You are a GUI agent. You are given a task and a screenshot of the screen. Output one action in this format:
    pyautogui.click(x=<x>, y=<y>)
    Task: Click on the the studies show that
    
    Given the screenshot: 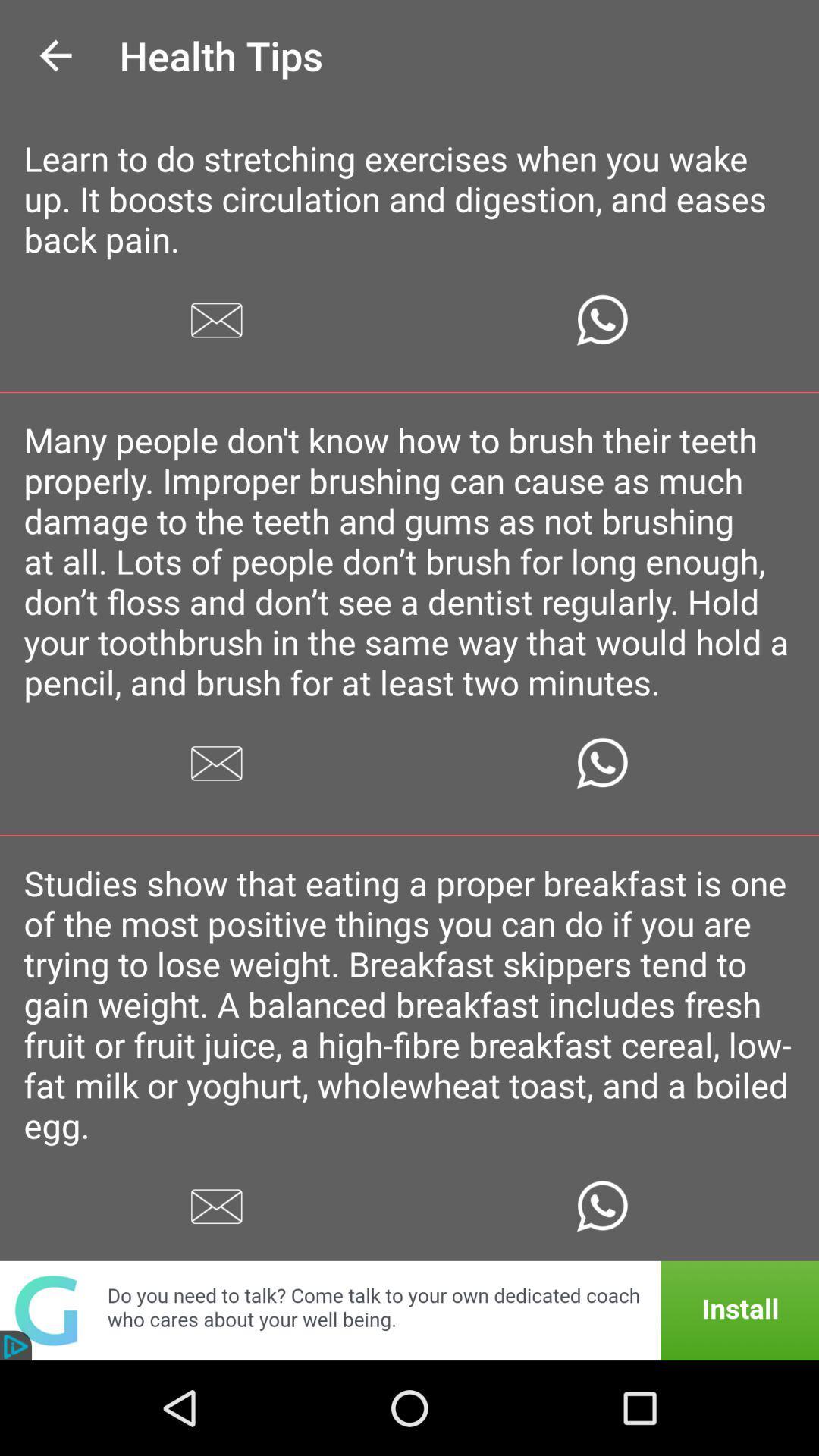 What is the action you would take?
    pyautogui.click(x=409, y=1004)
    